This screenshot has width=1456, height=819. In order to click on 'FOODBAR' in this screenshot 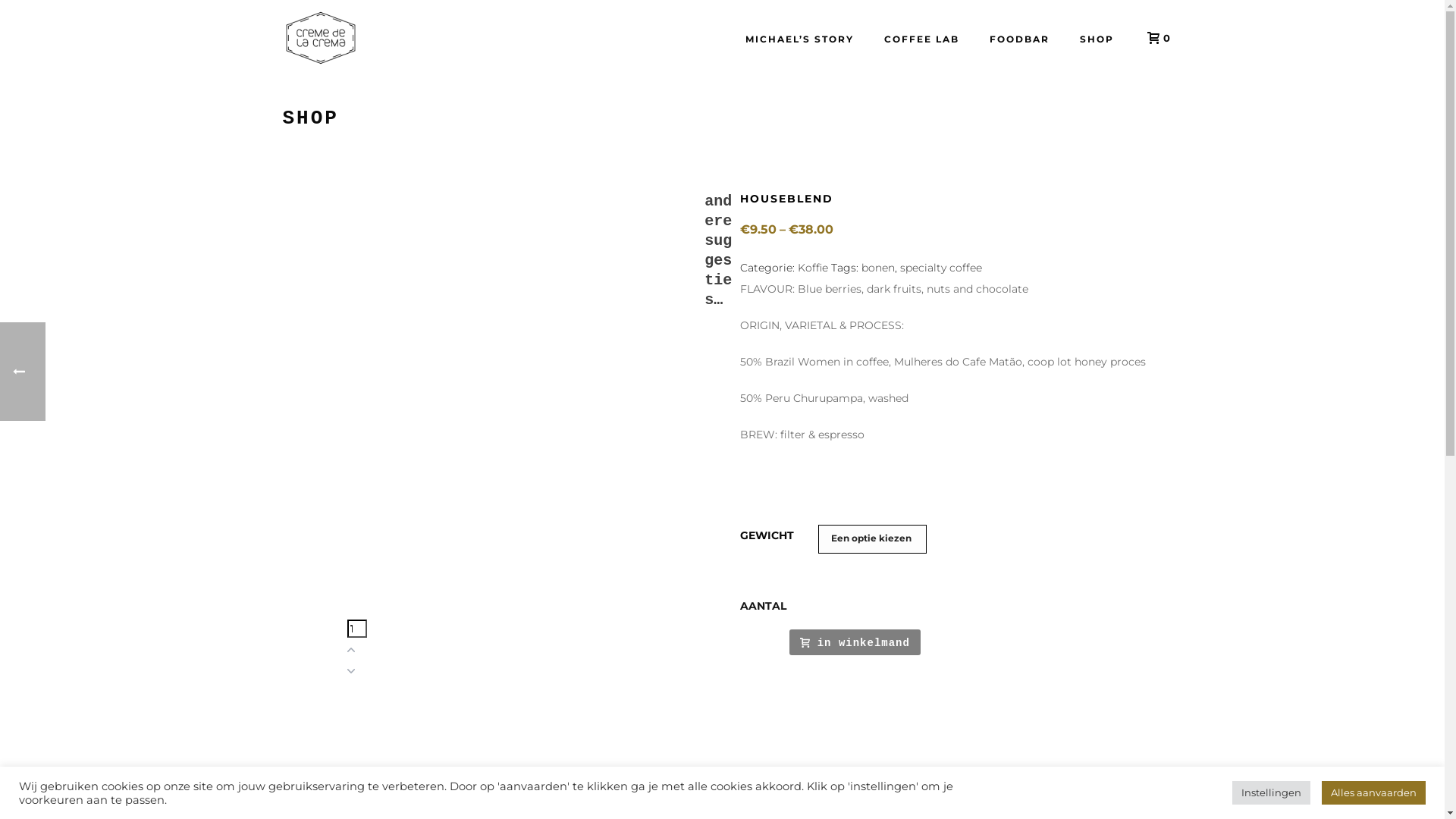, I will do `click(1018, 37)`.